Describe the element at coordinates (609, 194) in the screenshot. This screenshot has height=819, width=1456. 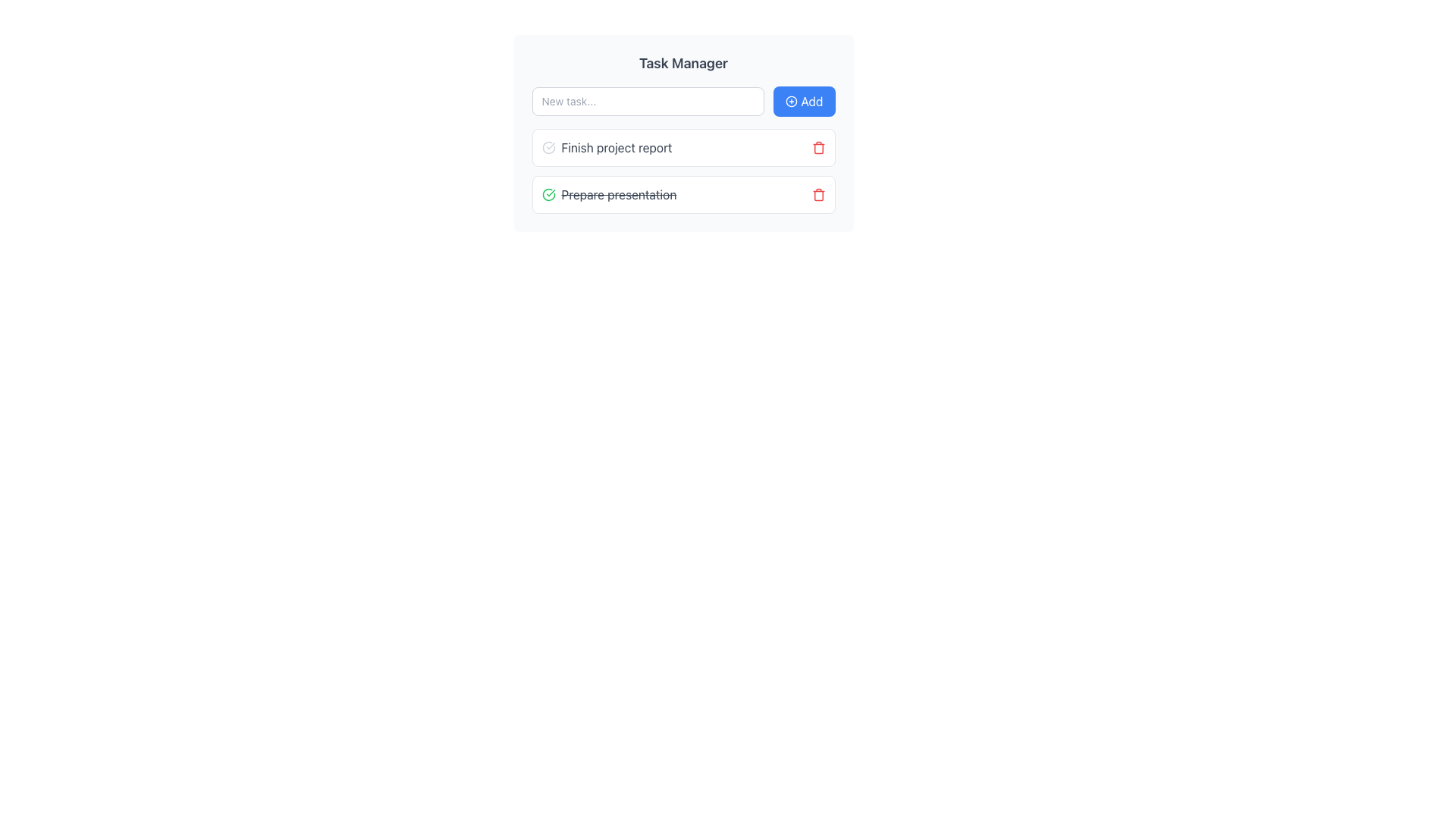
I see `the completed task item in the task list, which is marked with a strikethrough and a green check icon, located beneath 'Finish project report'` at that location.